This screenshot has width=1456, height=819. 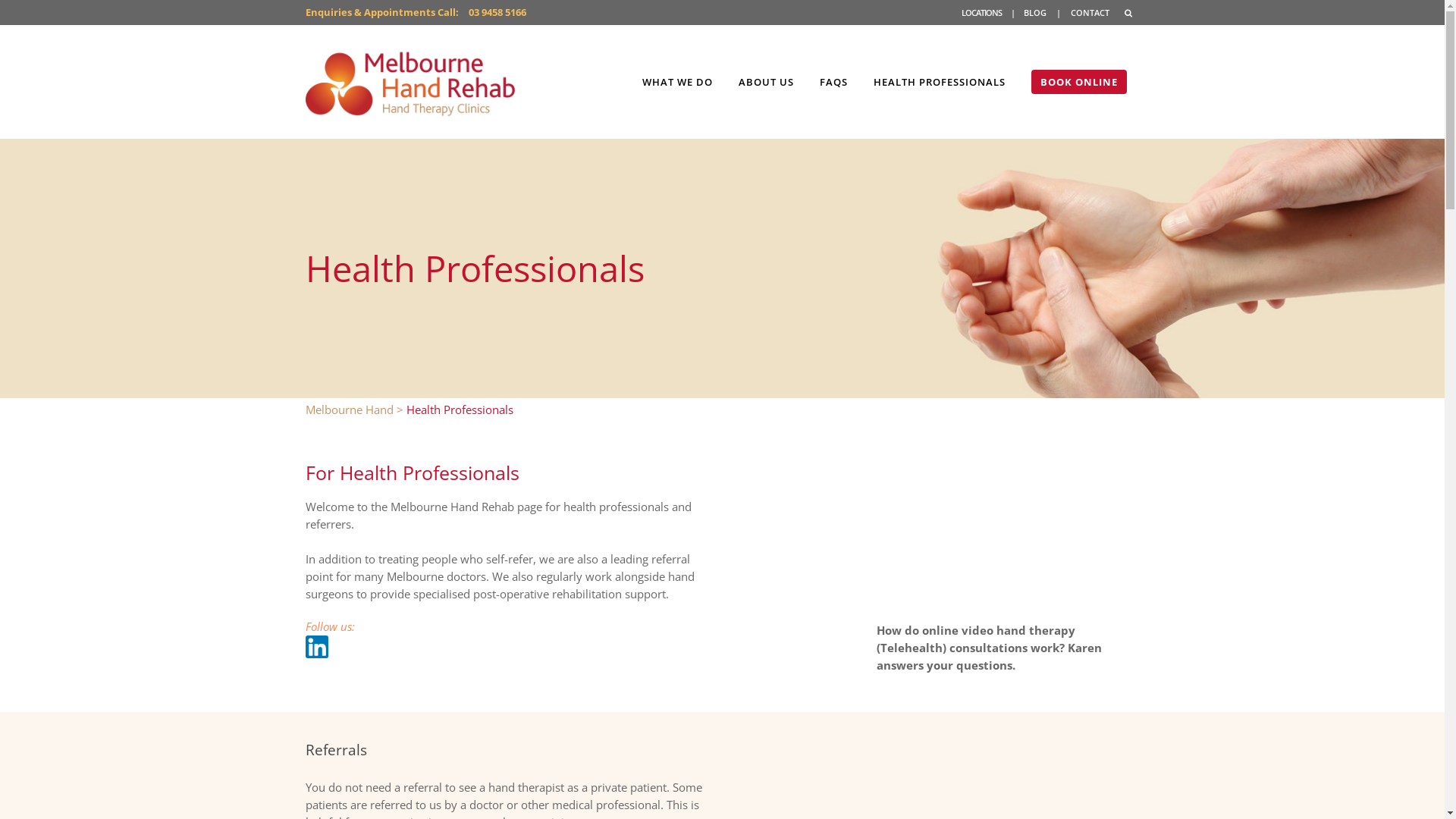 What do you see at coordinates (348, 409) in the screenshot?
I see `'Melbourne Hand'` at bounding box center [348, 409].